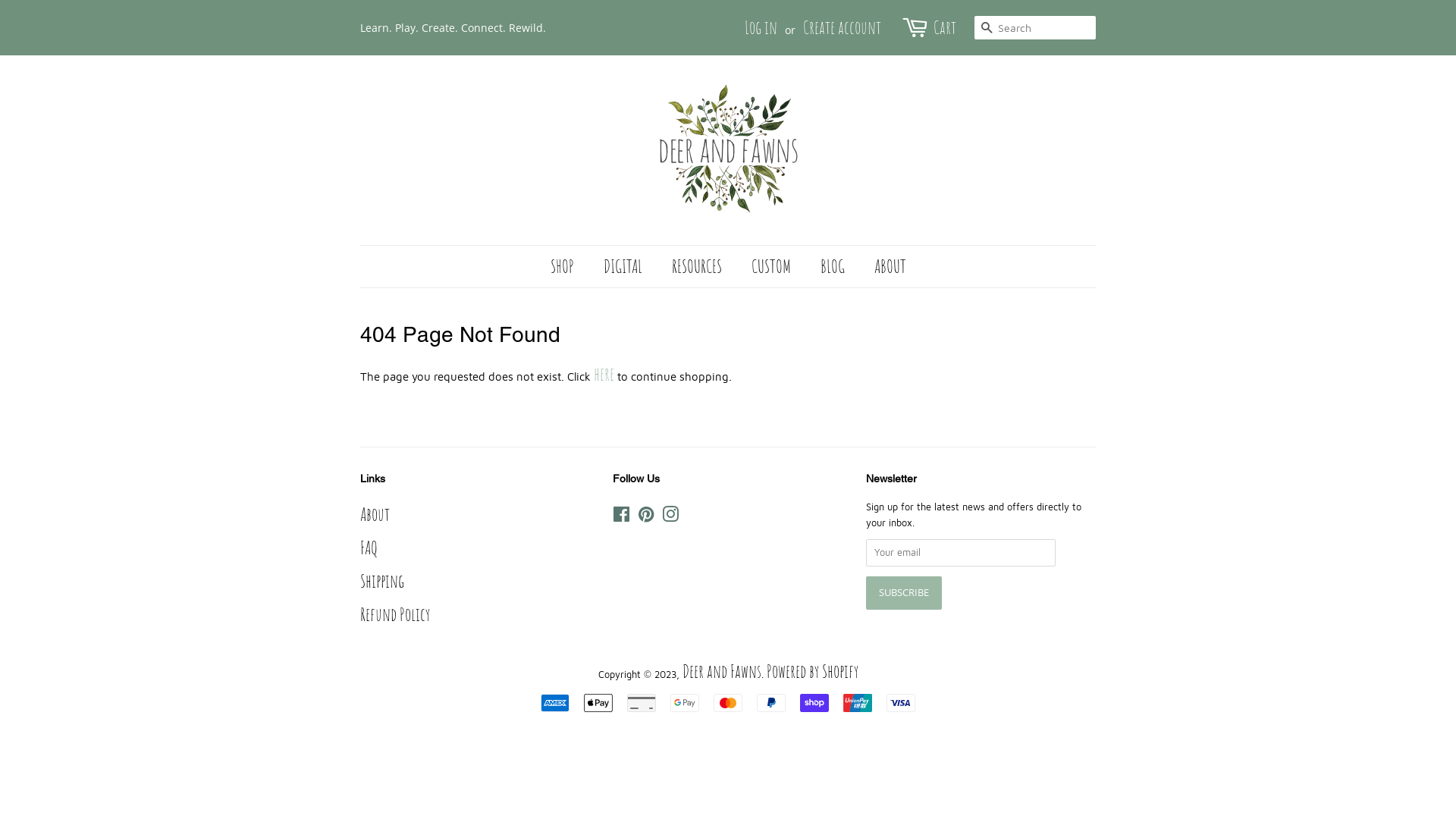 This screenshot has width=1456, height=819. Describe the element at coordinates (382, 580) in the screenshot. I see `'Shipping'` at that location.